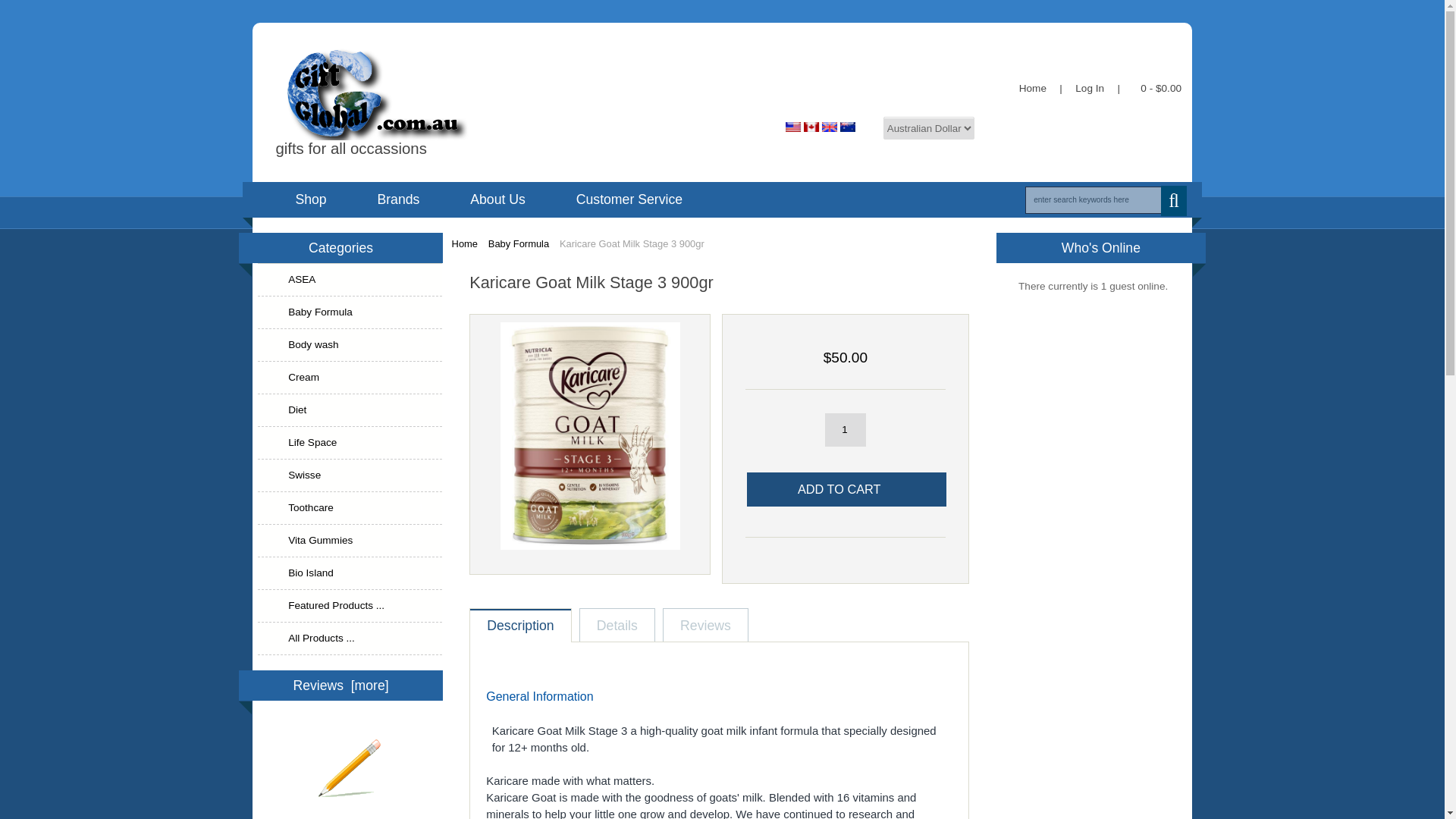 This screenshot has width=1456, height=819. I want to click on 'About Us', so click(443, 198).